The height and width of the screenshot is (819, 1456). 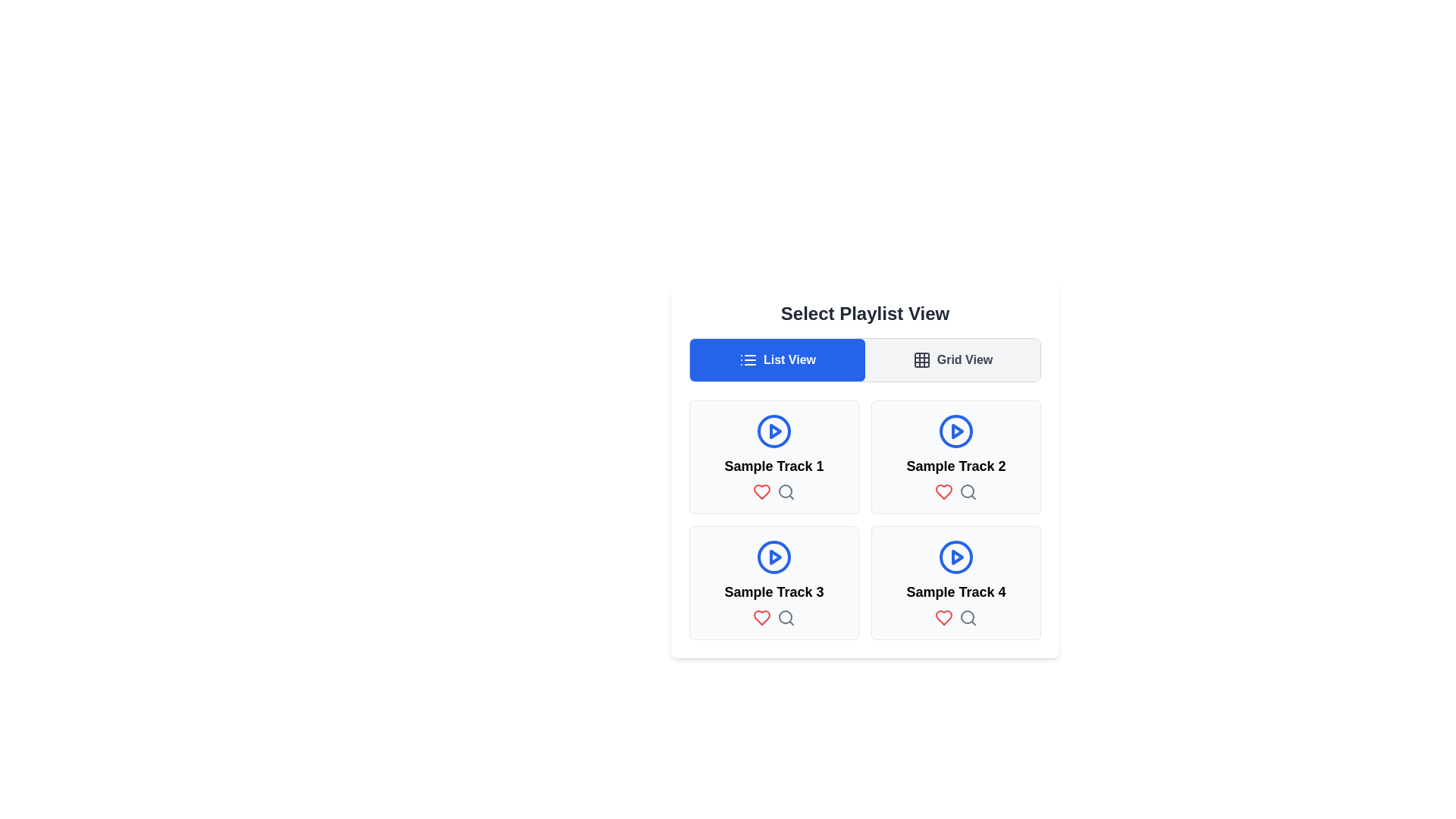 What do you see at coordinates (761, 491) in the screenshot?
I see `the 'like' button located below 'Sample Track 1' and to the left of the magnifying glass icon to observe any hover effects` at bounding box center [761, 491].